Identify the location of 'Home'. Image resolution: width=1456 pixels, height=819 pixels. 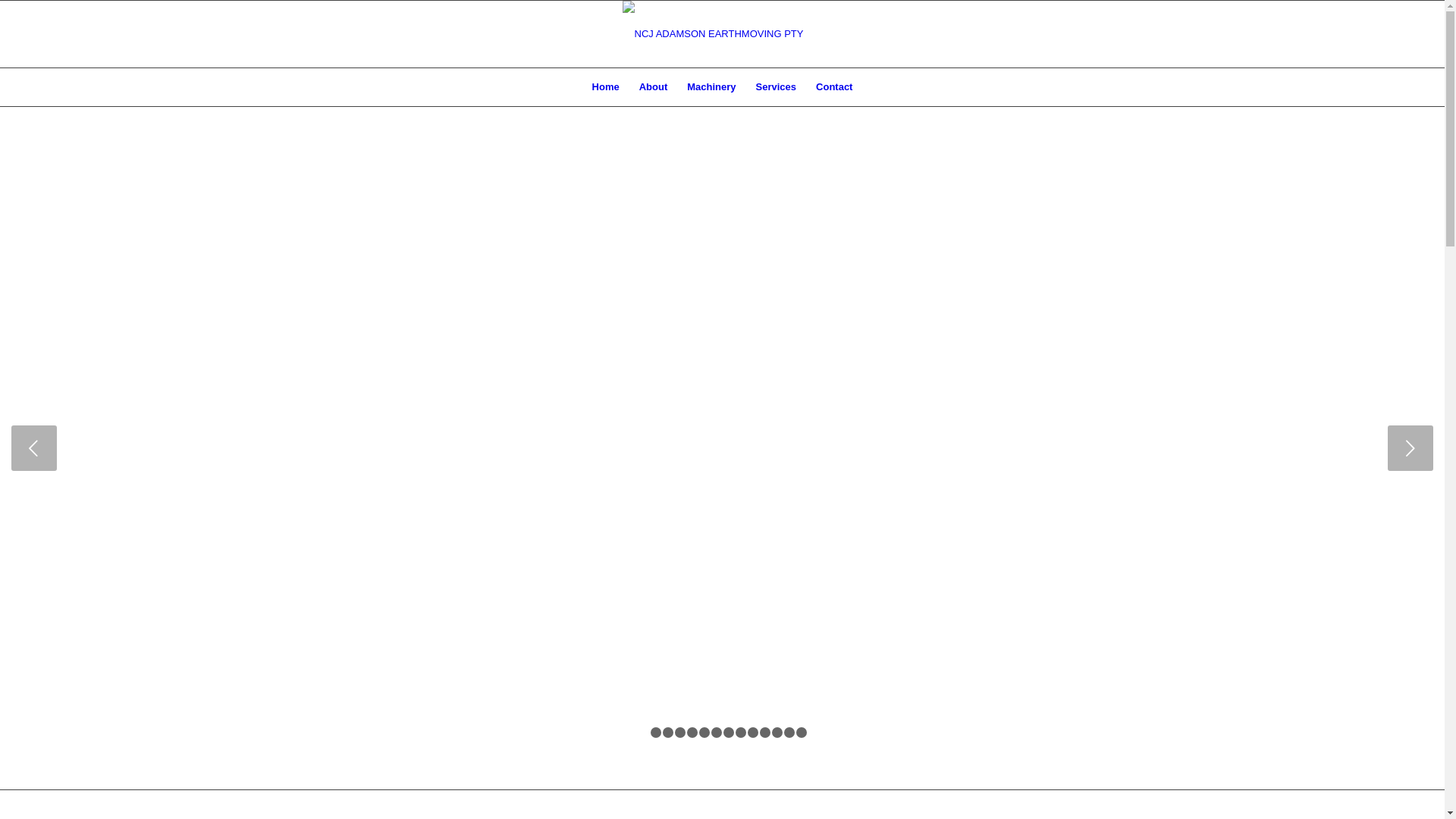
(604, 87).